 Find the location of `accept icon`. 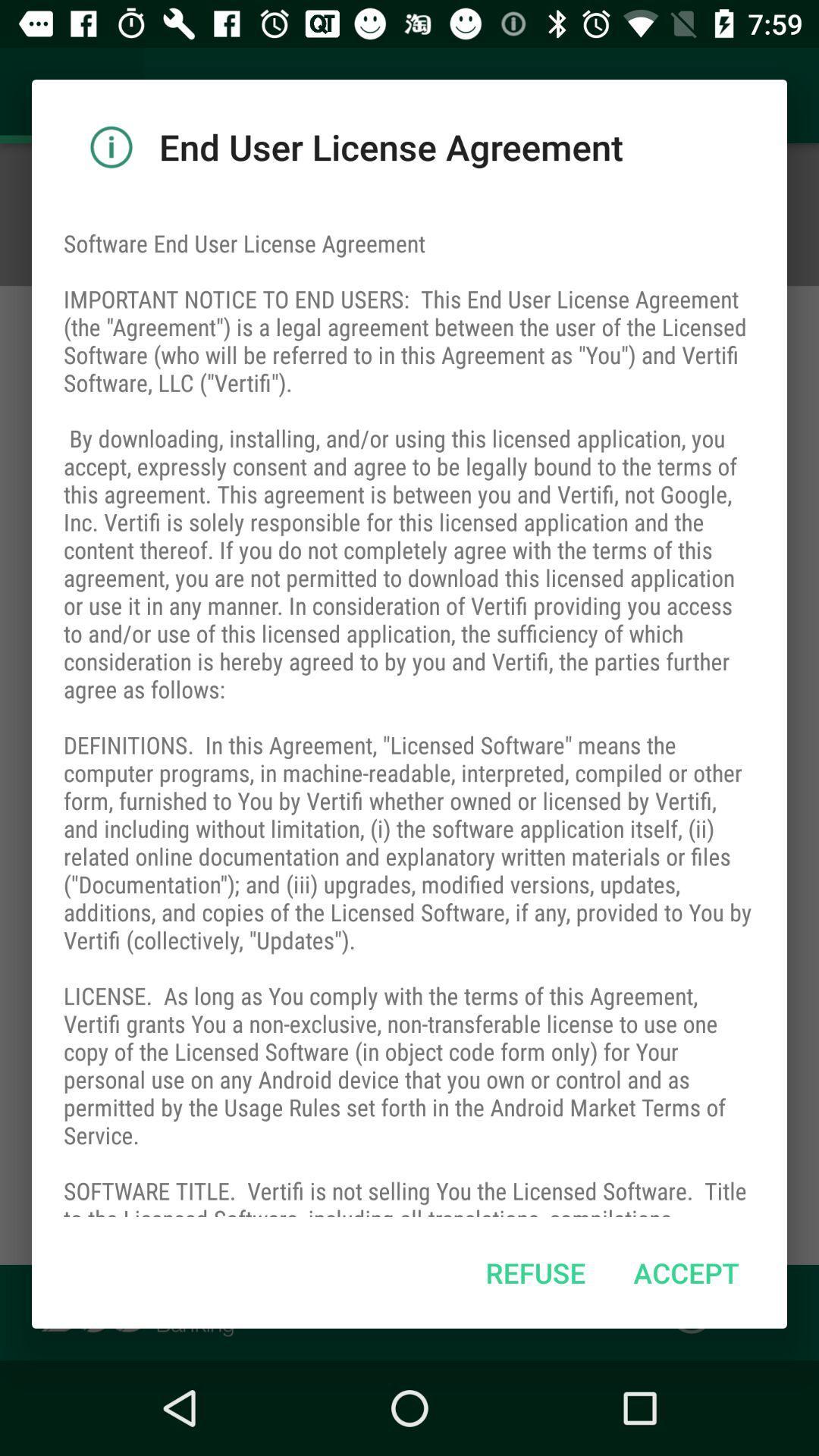

accept icon is located at coordinates (686, 1272).